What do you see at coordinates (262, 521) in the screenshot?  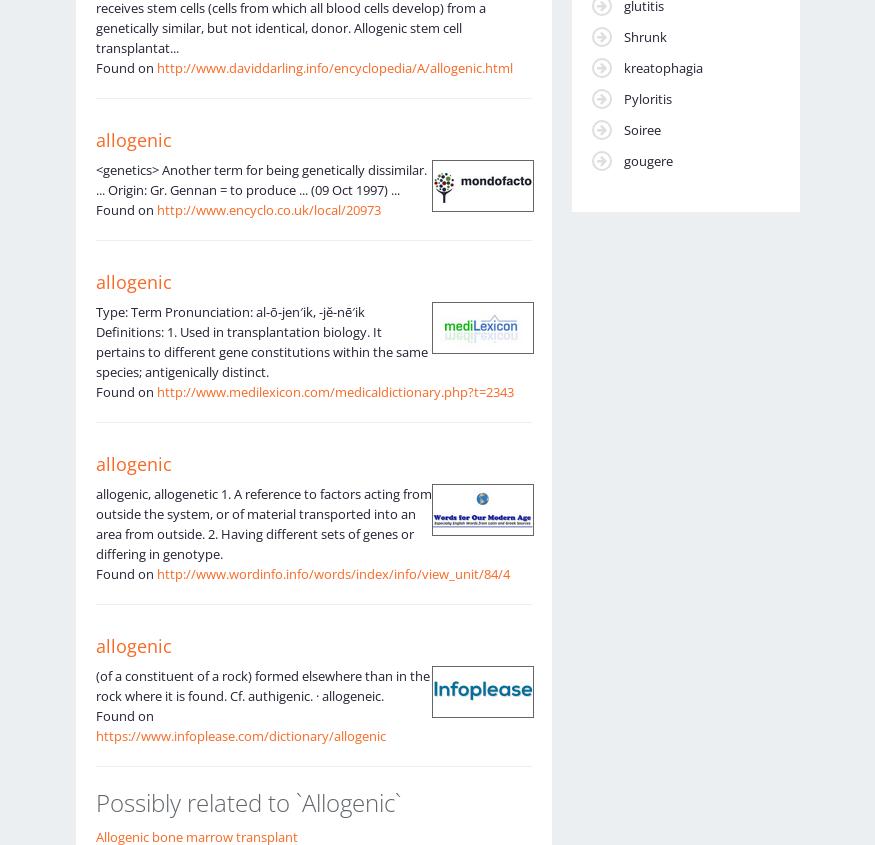 I see `'allogenic, allogenetic 1. A reference to factors acting from outside the system, or of material transported into an area from outside. 2. Having different sets of genes or differing in genotype.'` at bounding box center [262, 521].